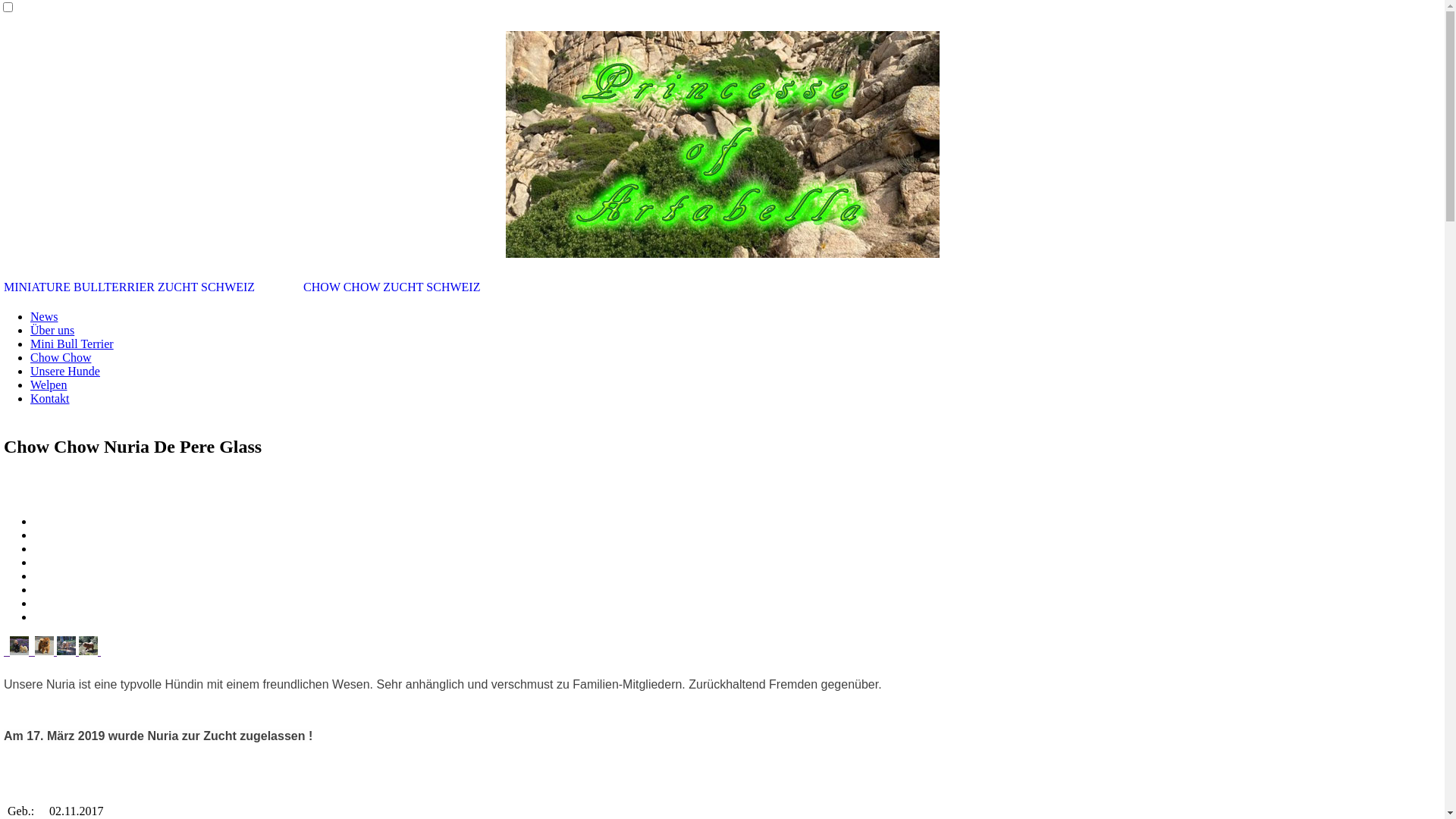 This screenshot has height=819, width=1456. Describe the element at coordinates (61, 357) in the screenshot. I see `'Chow Chow'` at that location.